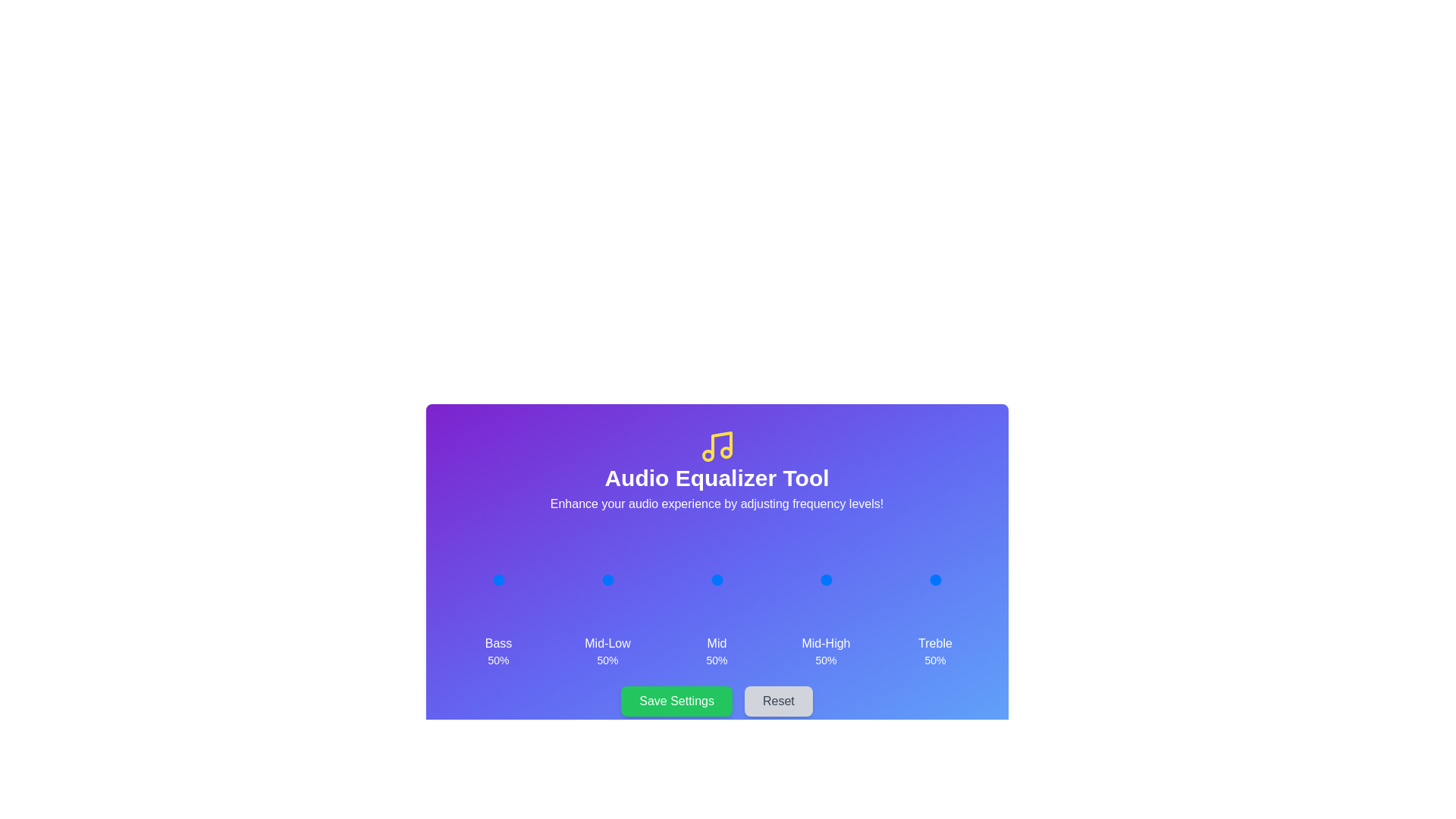 This screenshot has width=1456, height=819. I want to click on the 2 slider to 27%, so click(704, 579).